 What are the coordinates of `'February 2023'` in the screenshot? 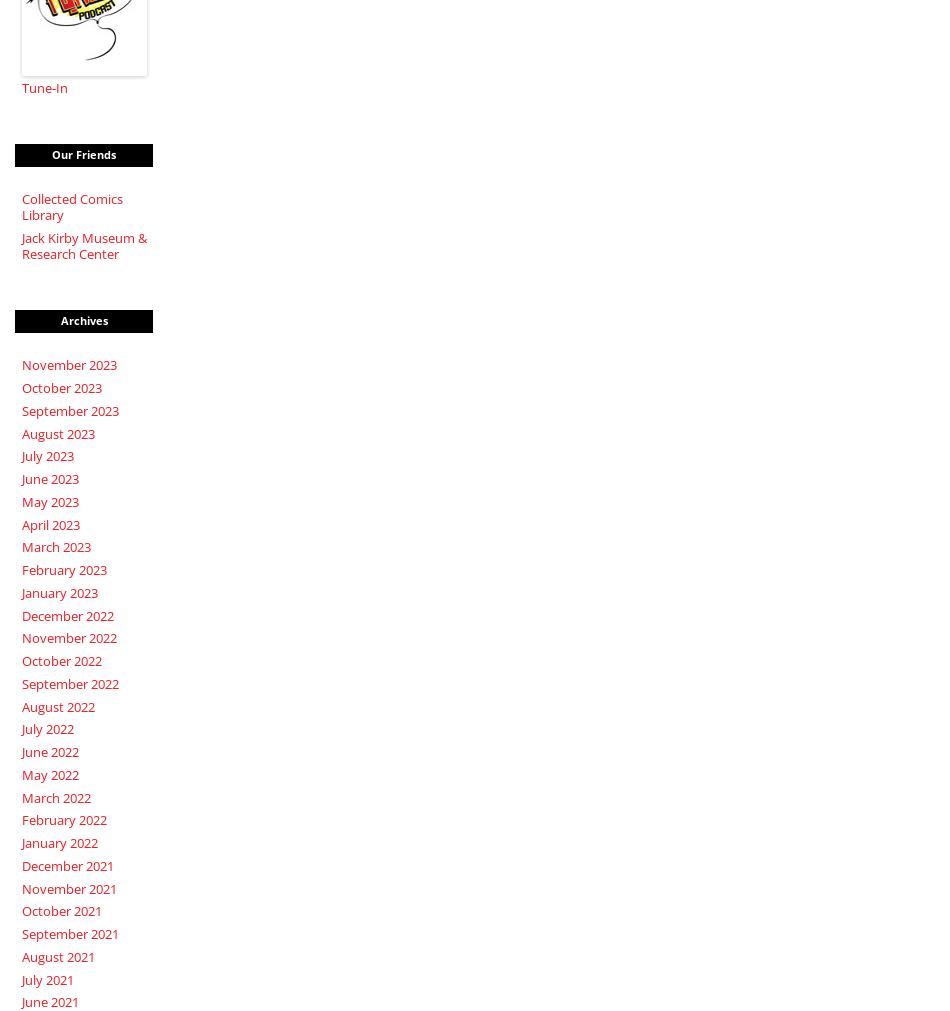 It's located at (20, 570).